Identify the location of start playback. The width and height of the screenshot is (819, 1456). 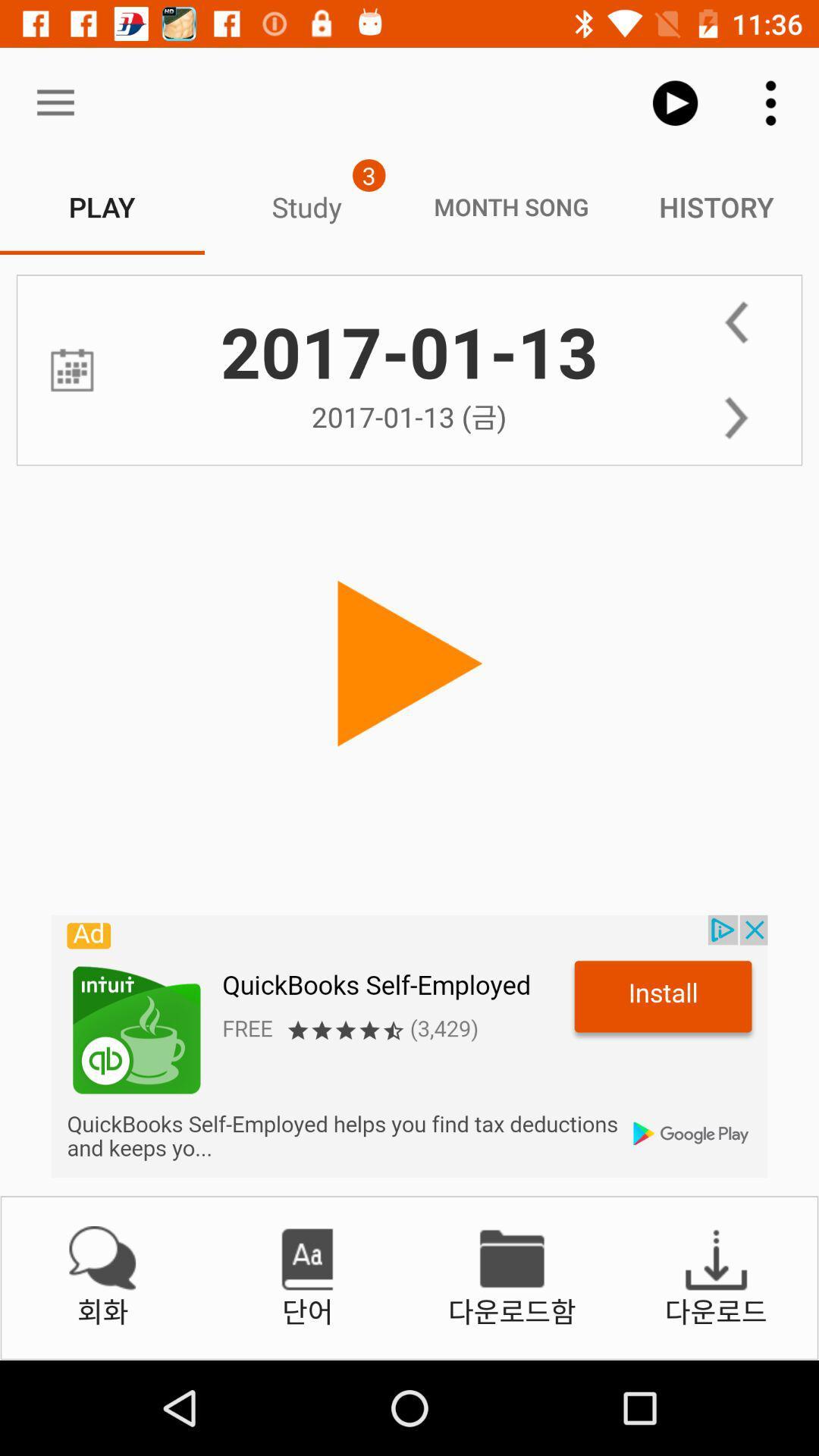
(409, 664).